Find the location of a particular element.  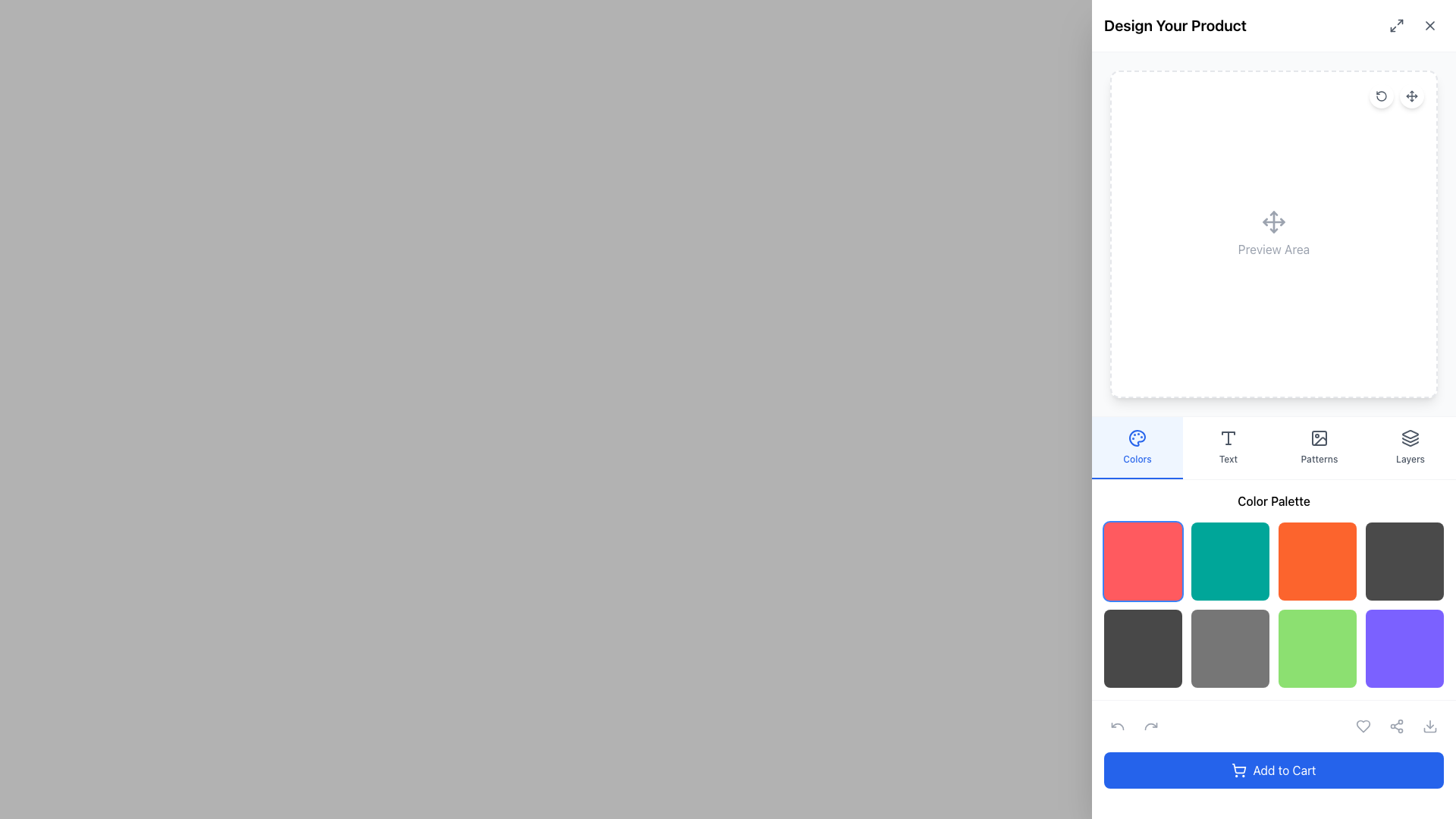

the icon resembling stacked layers, styled with a minimal outline in gray color, located in the 'Layers' section of the toolbar at the top-right of the interface is located at coordinates (1410, 438).